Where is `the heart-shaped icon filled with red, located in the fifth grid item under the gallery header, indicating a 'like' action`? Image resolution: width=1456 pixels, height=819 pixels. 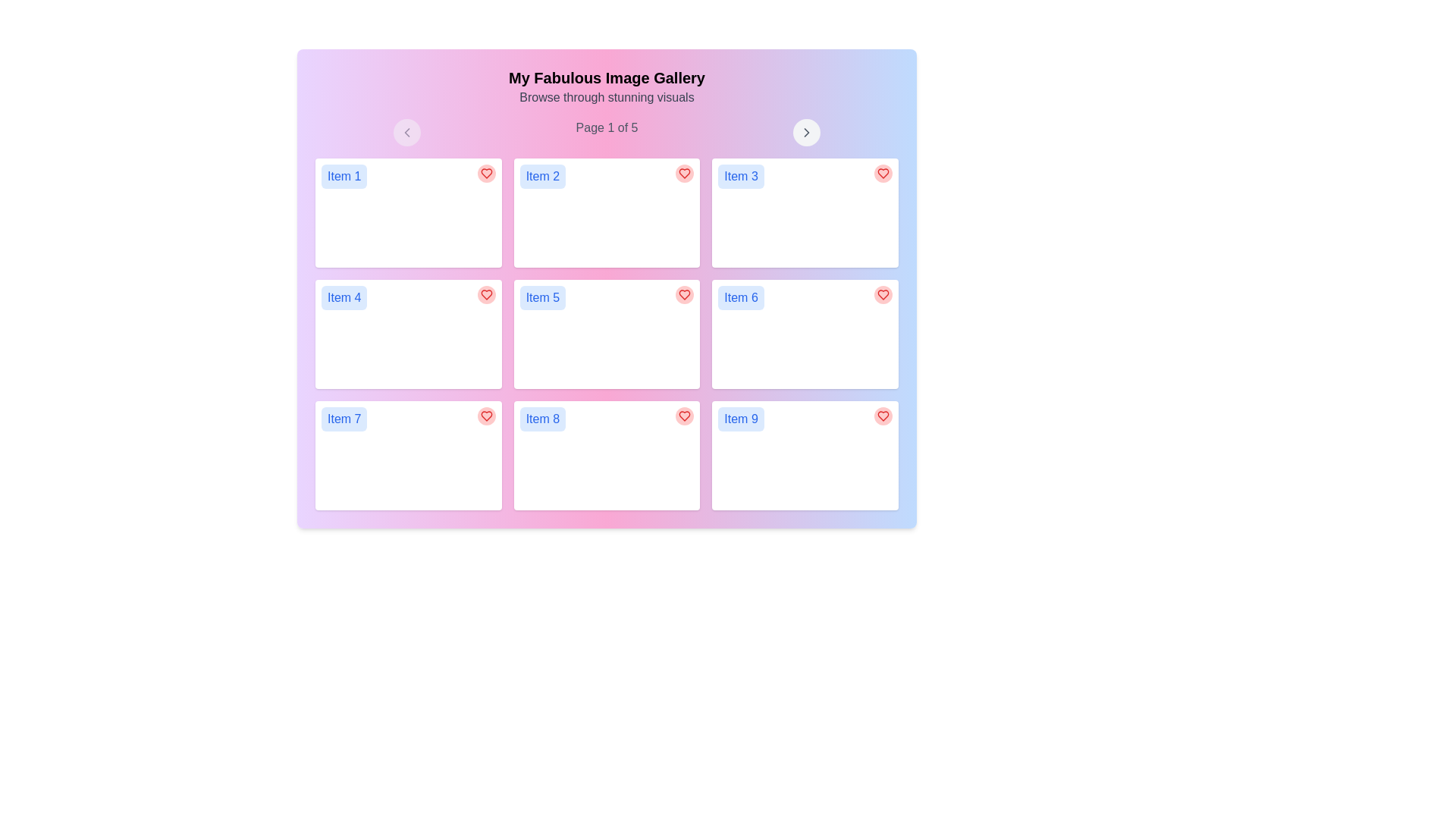
the heart-shaped icon filled with red, located in the fifth grid item under the gallery header, indicating a 'like' action is located at coordinates (684, 295).